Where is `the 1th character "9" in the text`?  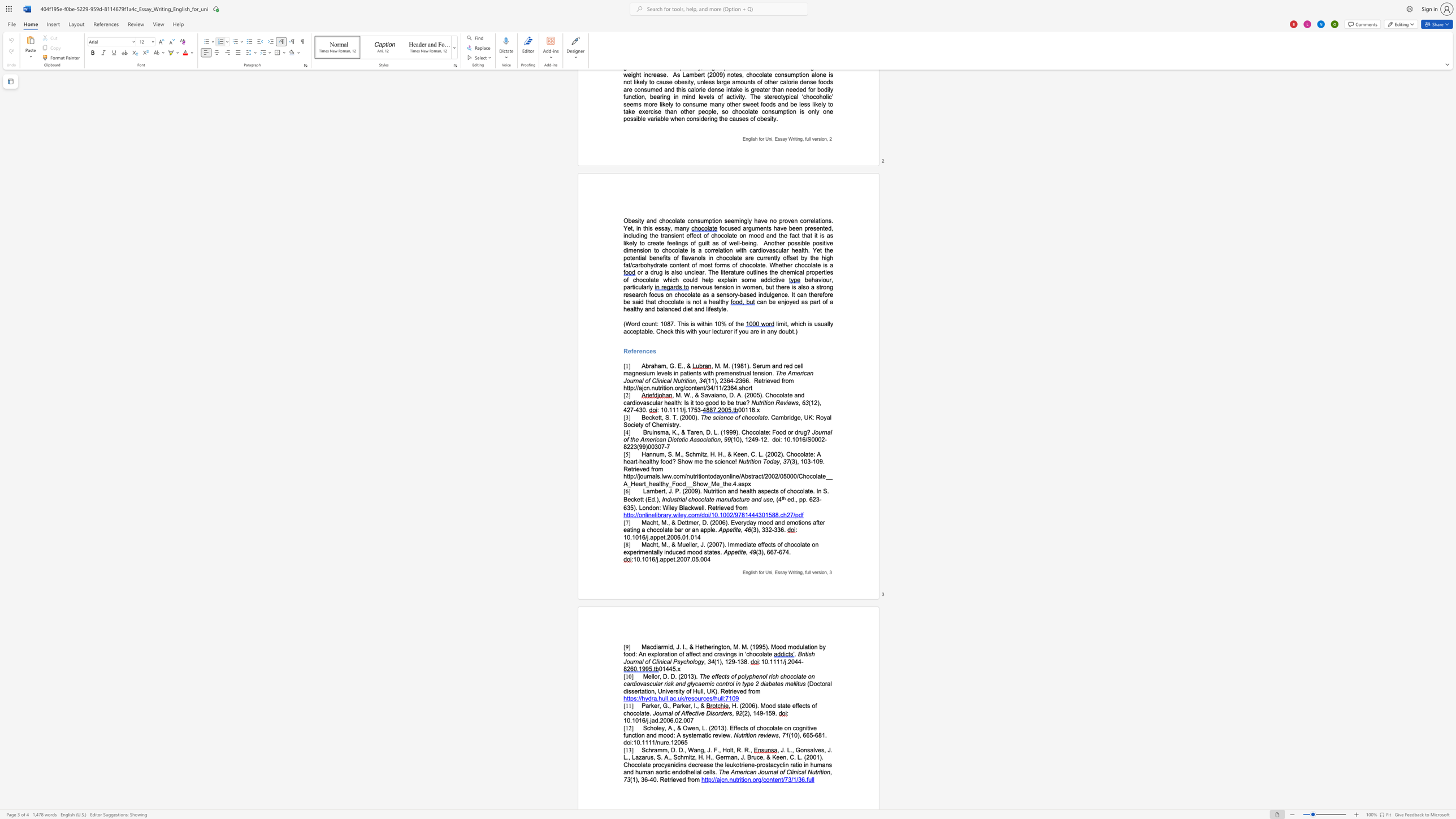 the 1th character "9" in the text is located at coordinates (821, 461).